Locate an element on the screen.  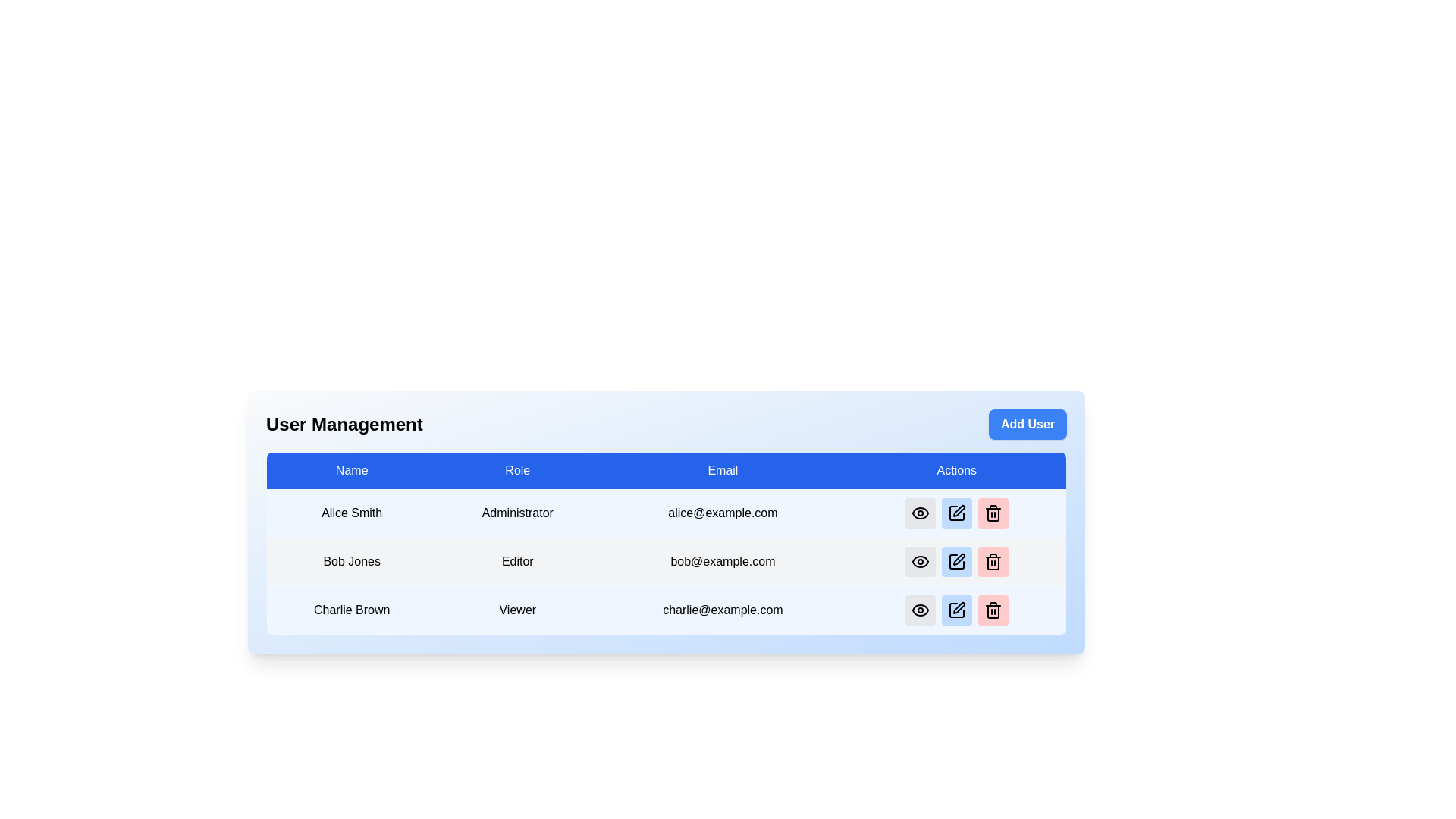
the edit icon button, which is a minimalistic blue pen icon located in the 'Actions' column of the last row for user 'Charlie Brown', to initiate editing is located at coordinates (955, 610).